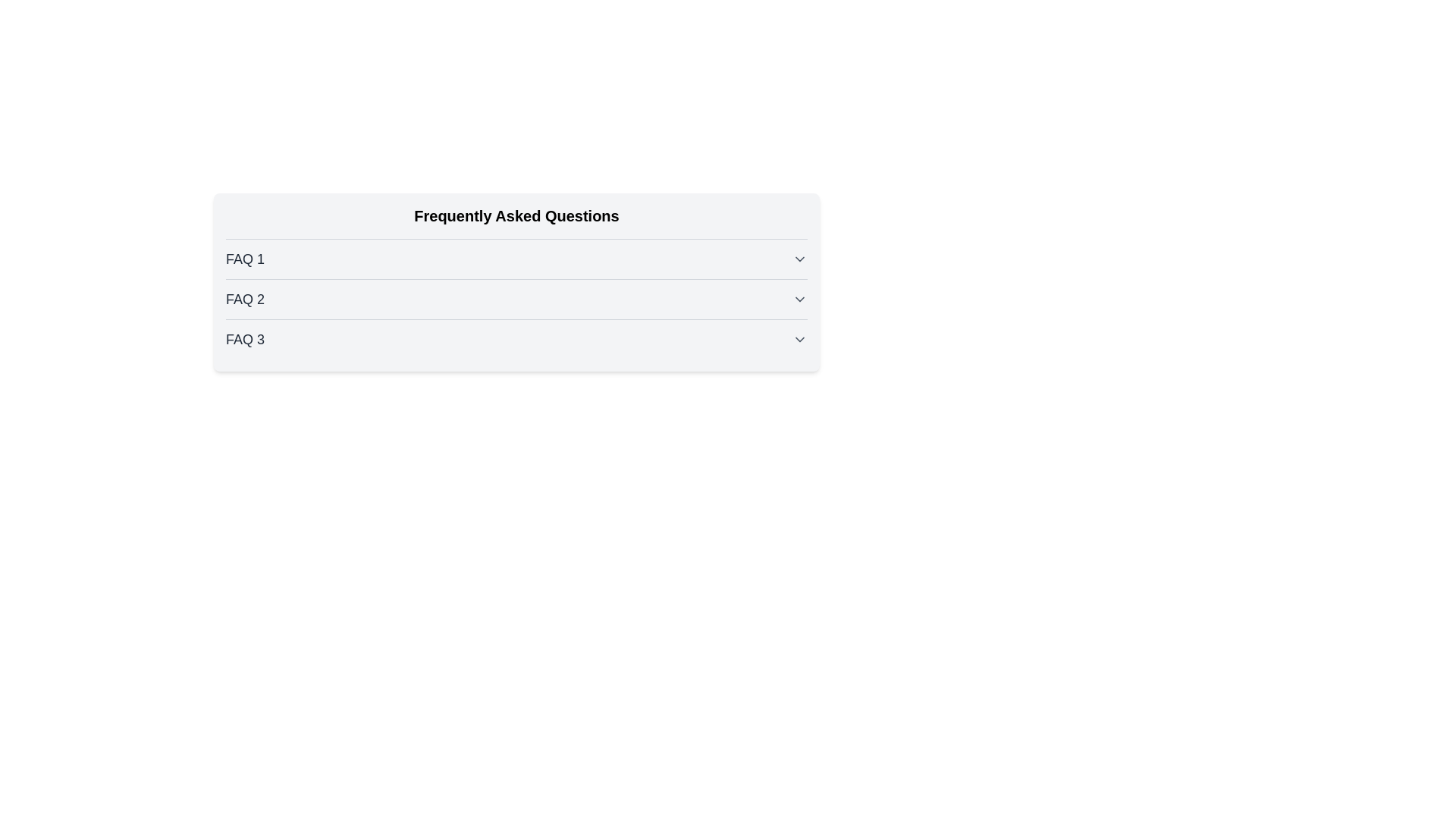 The height and width of the screenshot is (819, 1456). I want to click on the third item in the FAQ list, labeled 'FAQ 3', so click(516, 334).